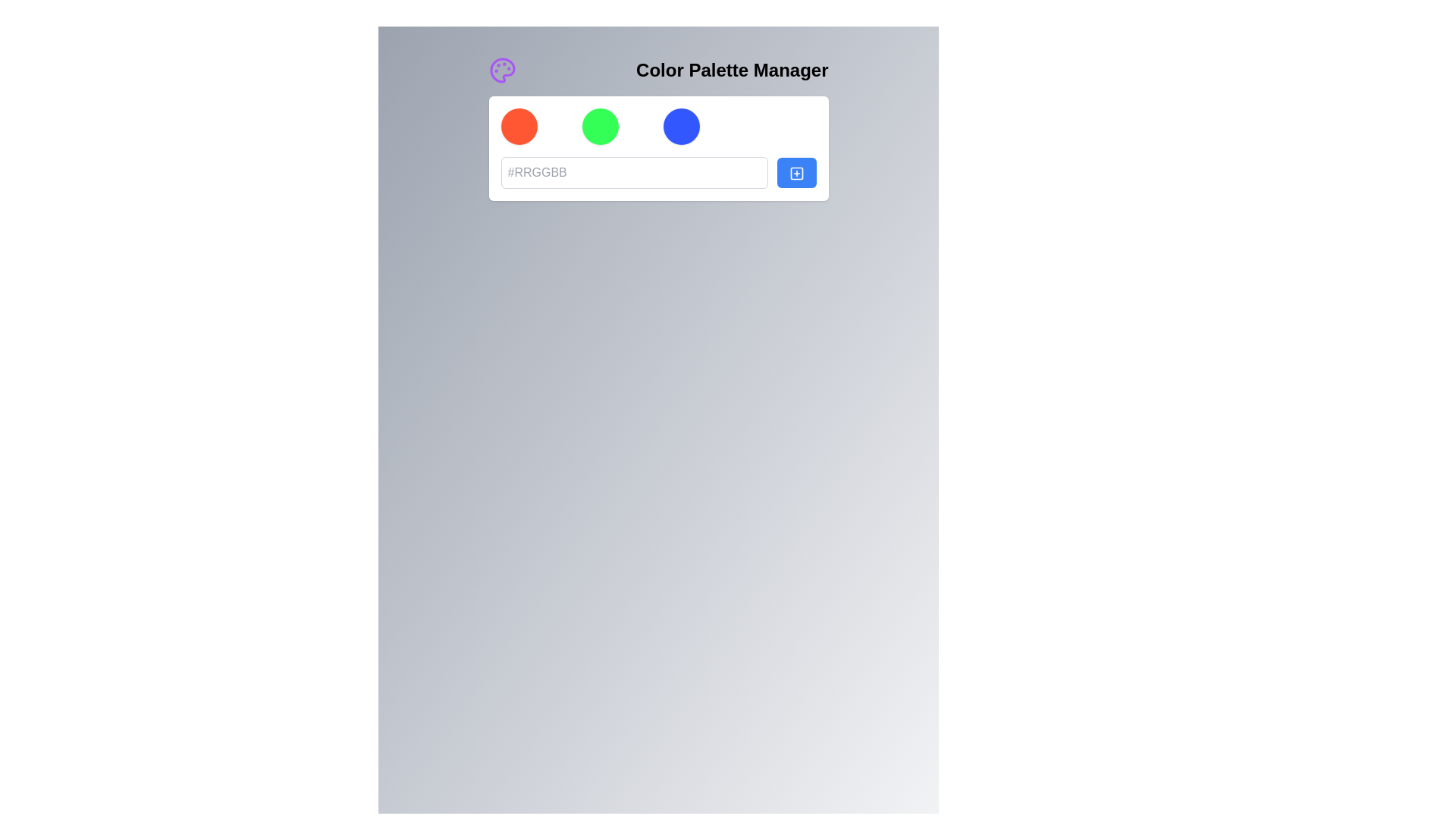  I want to click on the color palette icon located at the top-left area of the user interface, near the 'Color Palette Manager' header, so click(502, 70).